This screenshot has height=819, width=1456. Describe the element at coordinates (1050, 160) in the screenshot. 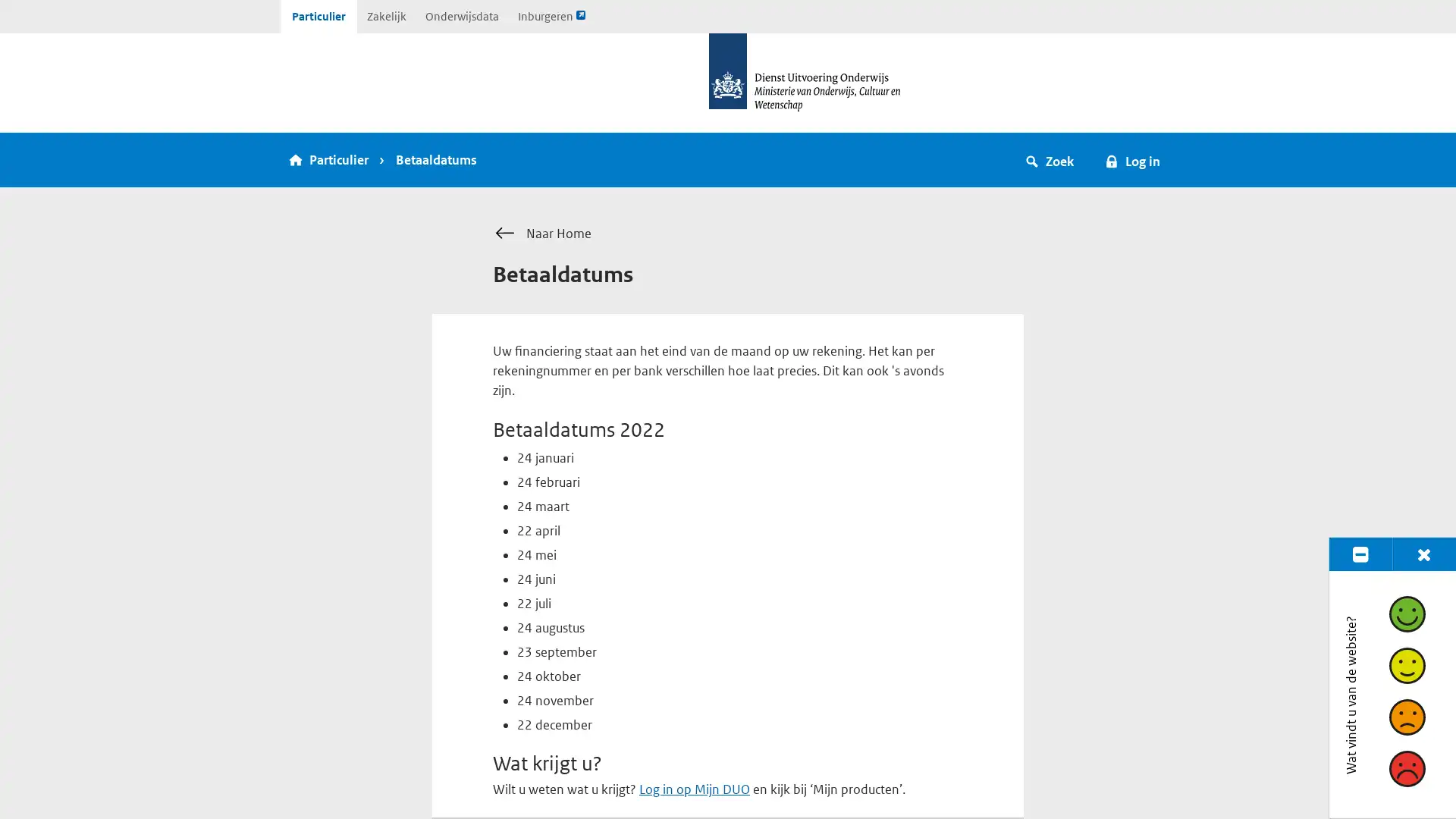

I see `Zoek` at that location.